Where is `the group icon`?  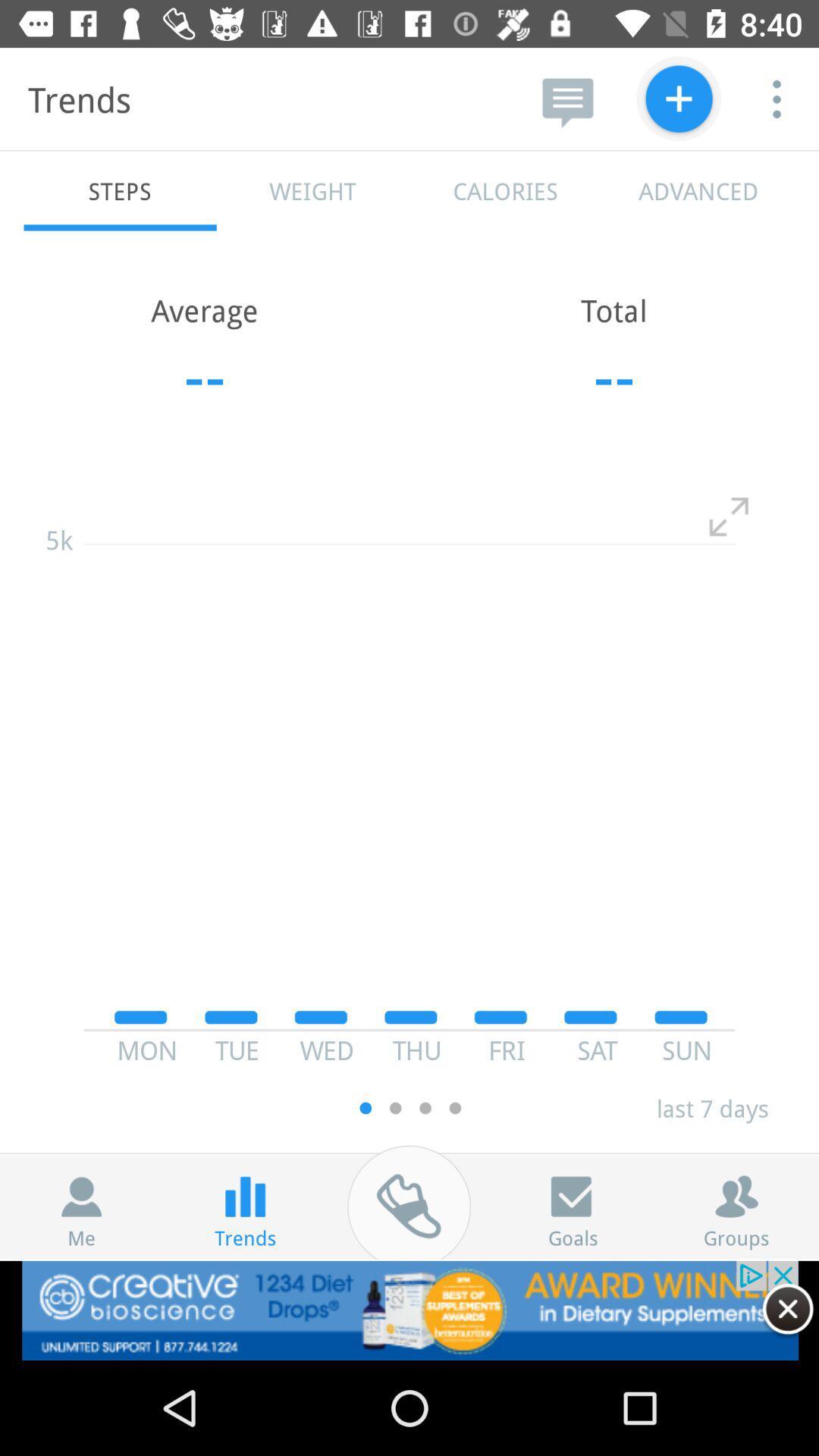 the group icon is located at coordinates (736, 1196).